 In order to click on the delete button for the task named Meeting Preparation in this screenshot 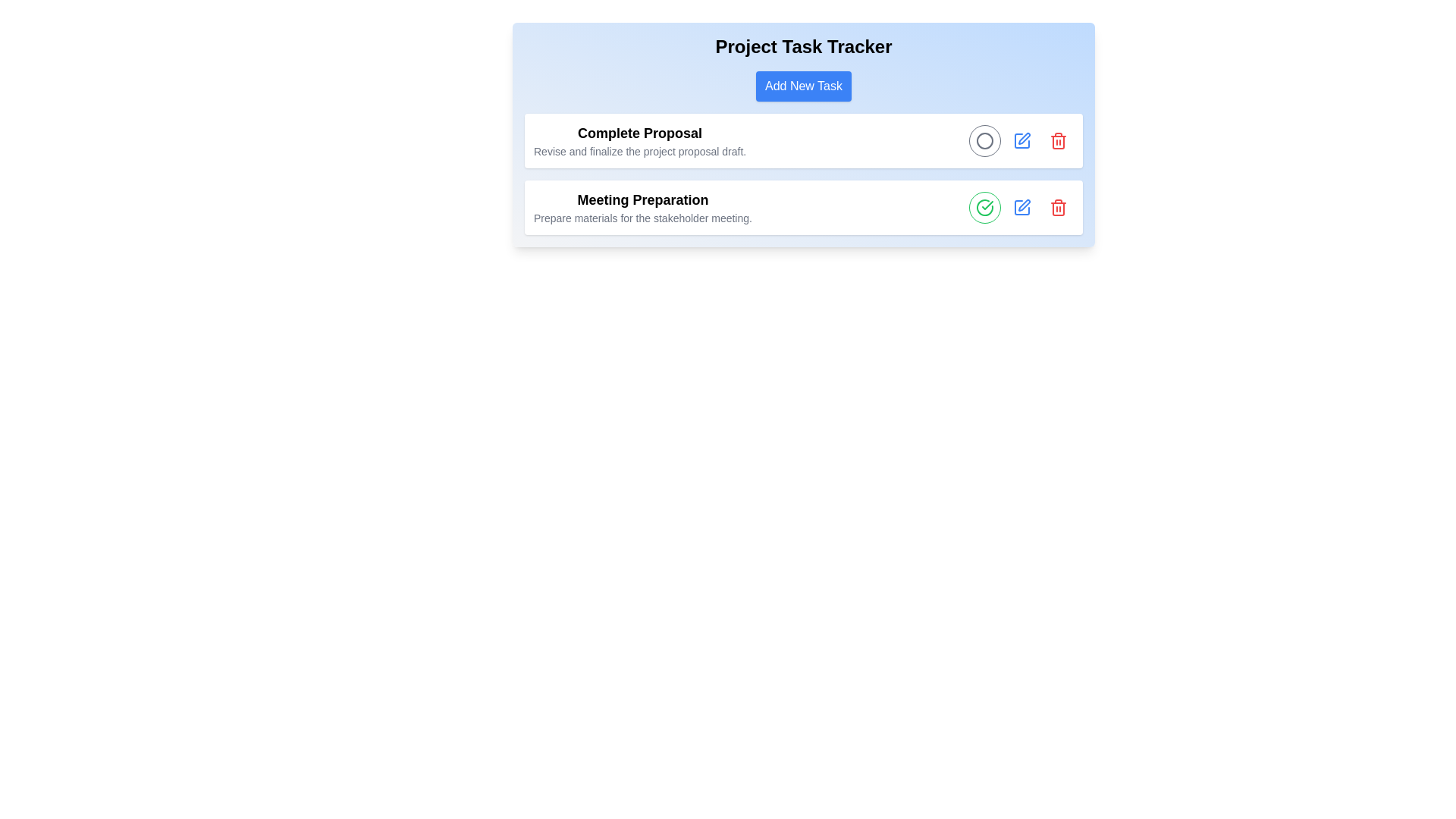, I will do `click(1058, 207)`.